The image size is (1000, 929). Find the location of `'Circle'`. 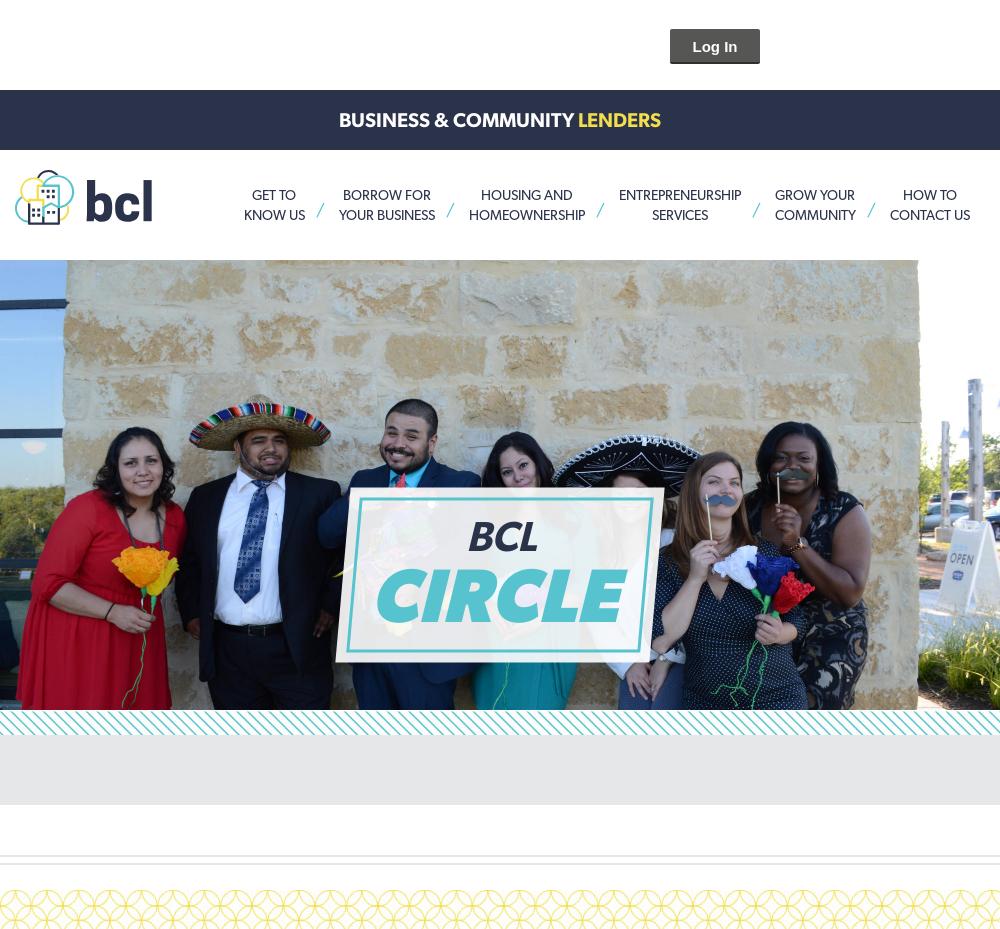

'Circle' is located at coordinates (369, 593).